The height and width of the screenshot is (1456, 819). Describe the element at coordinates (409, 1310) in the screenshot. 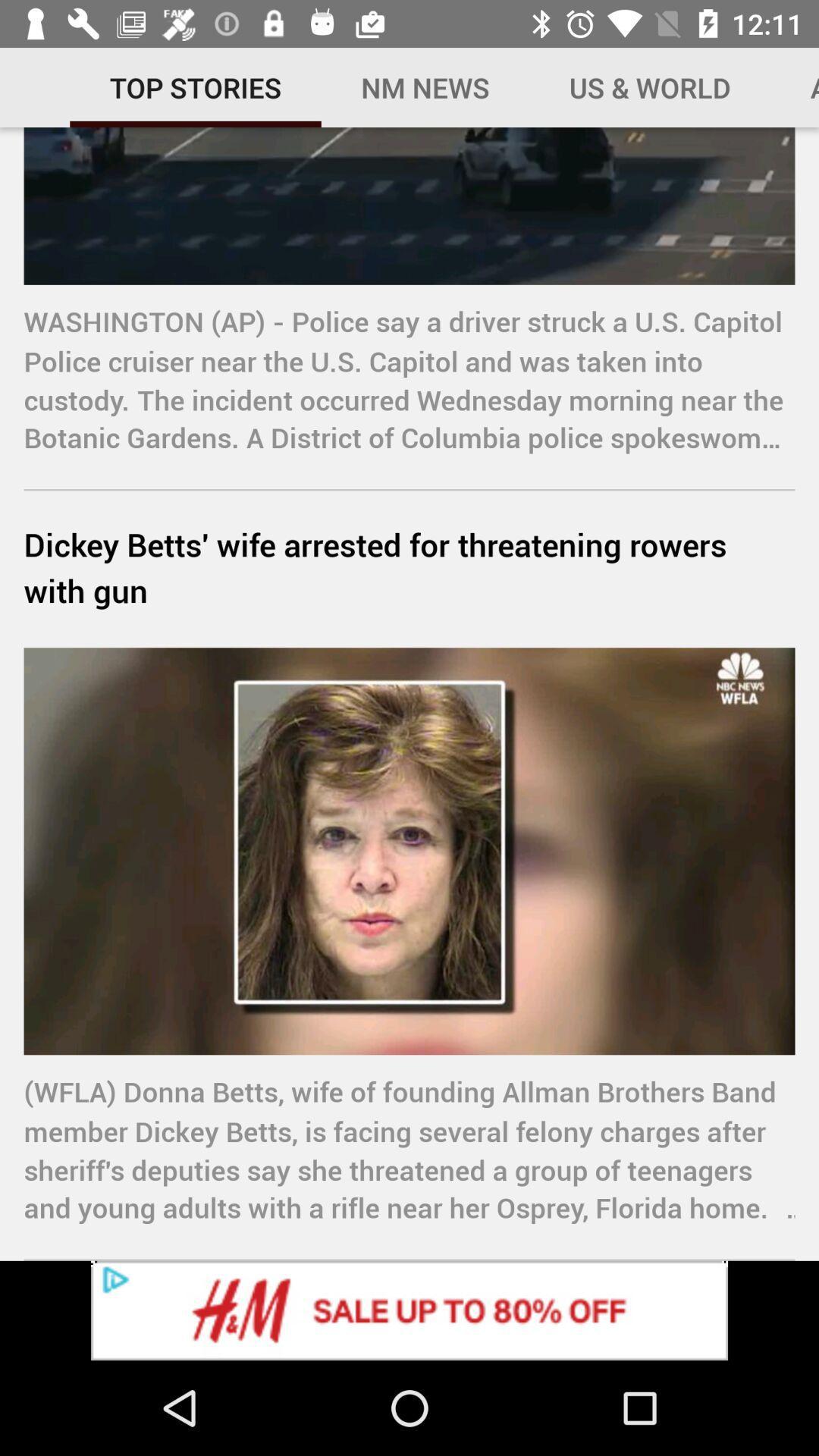

I see `advertisement` at that location.